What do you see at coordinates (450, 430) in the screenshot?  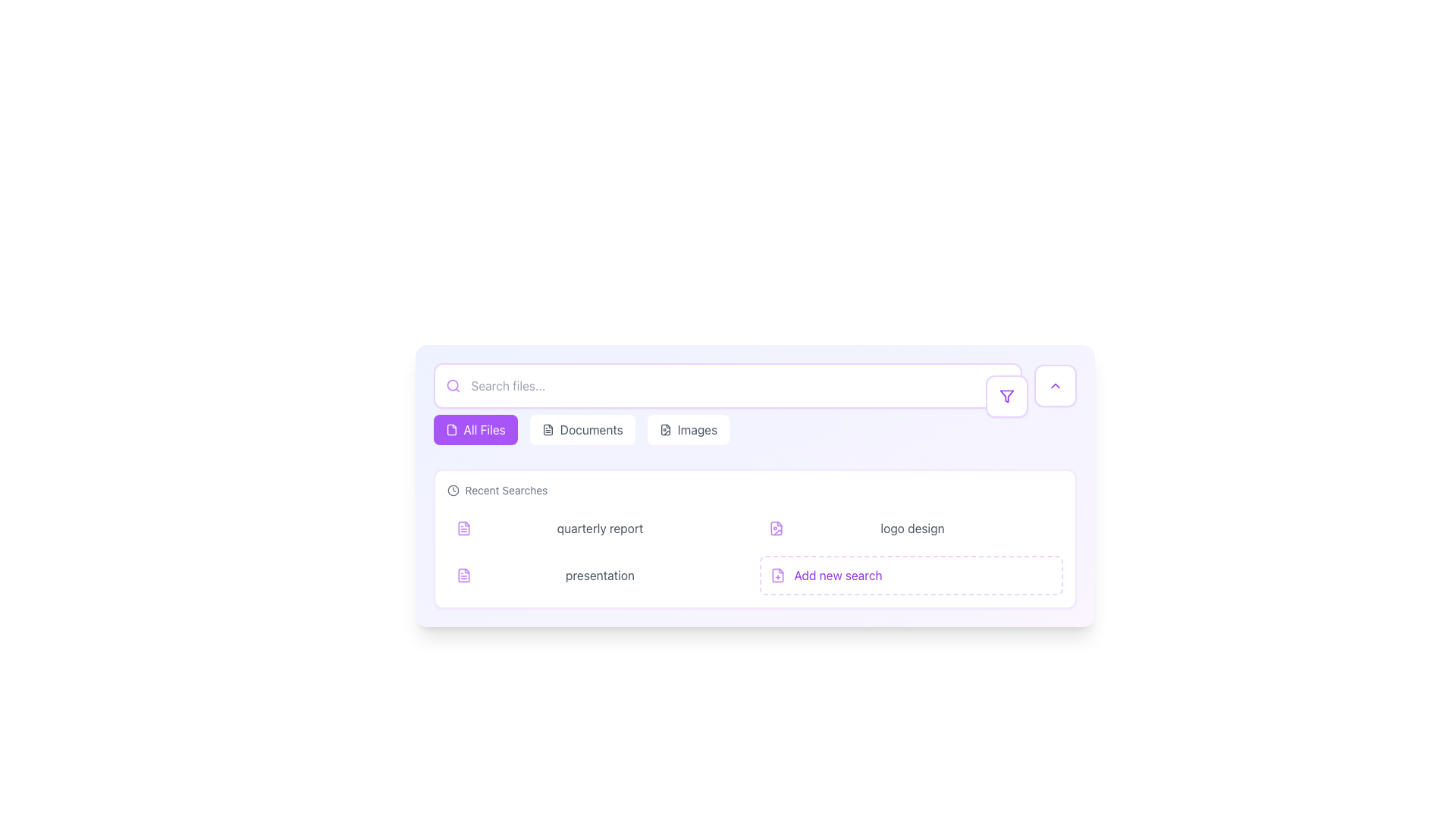 I see `the 'All Files' button, which is represented by the icon located to the left of the text 'All Files' at the top left of the content section` at bounding box center [450, 430].